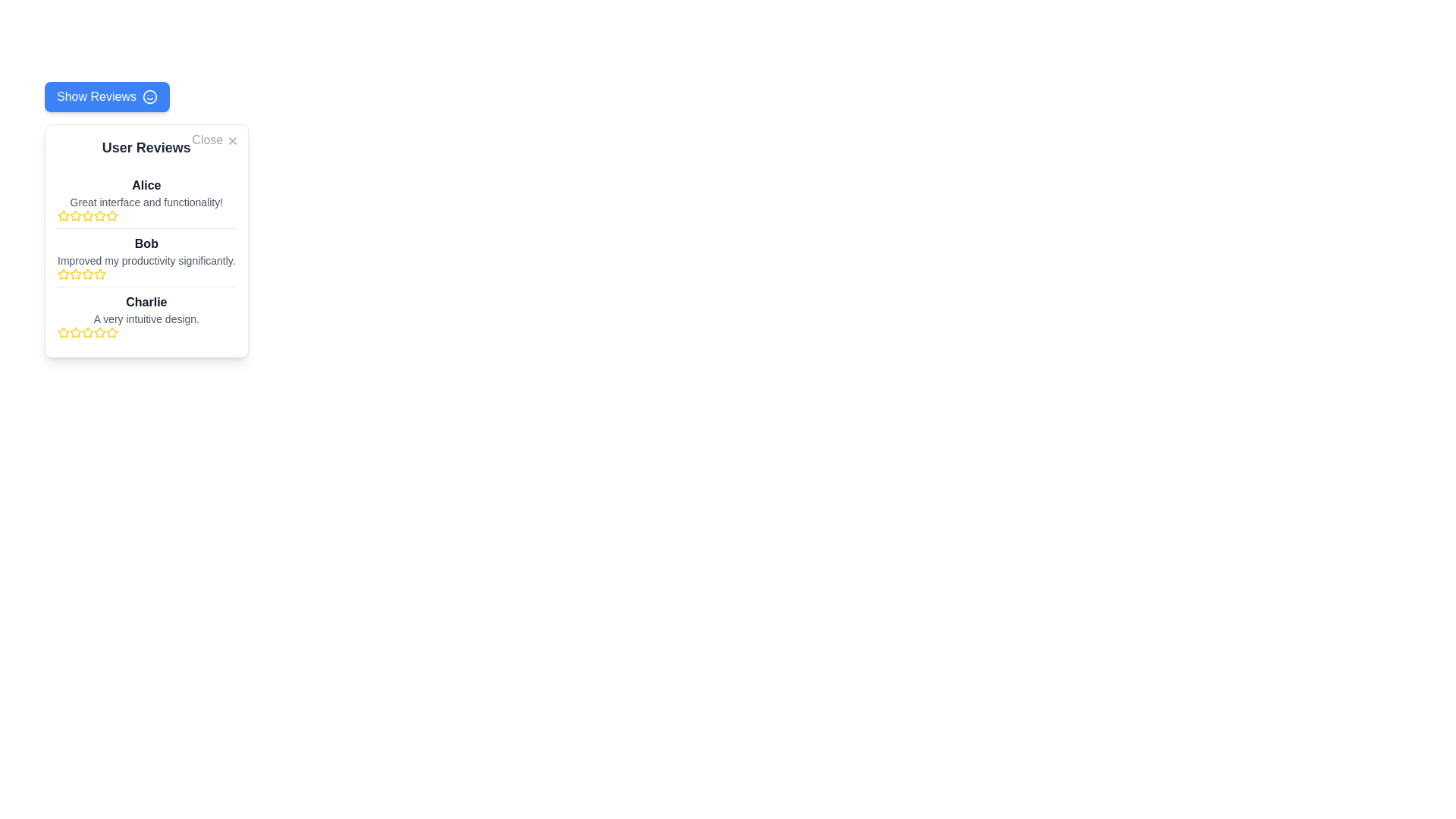  I want to click on the first star icon representing Charlie's review, so click(62, 331).